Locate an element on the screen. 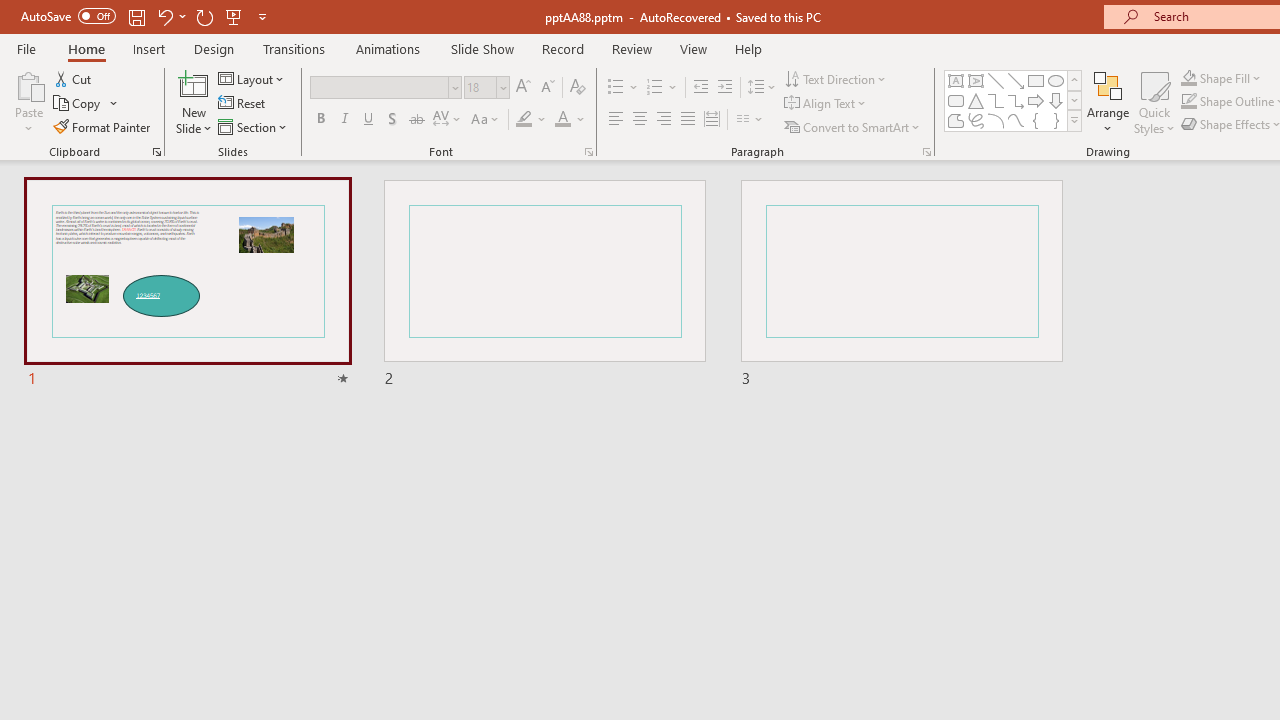 This screenshot has width=1280, height=720. 'AutoSave' is located at coordinates (68, 16).